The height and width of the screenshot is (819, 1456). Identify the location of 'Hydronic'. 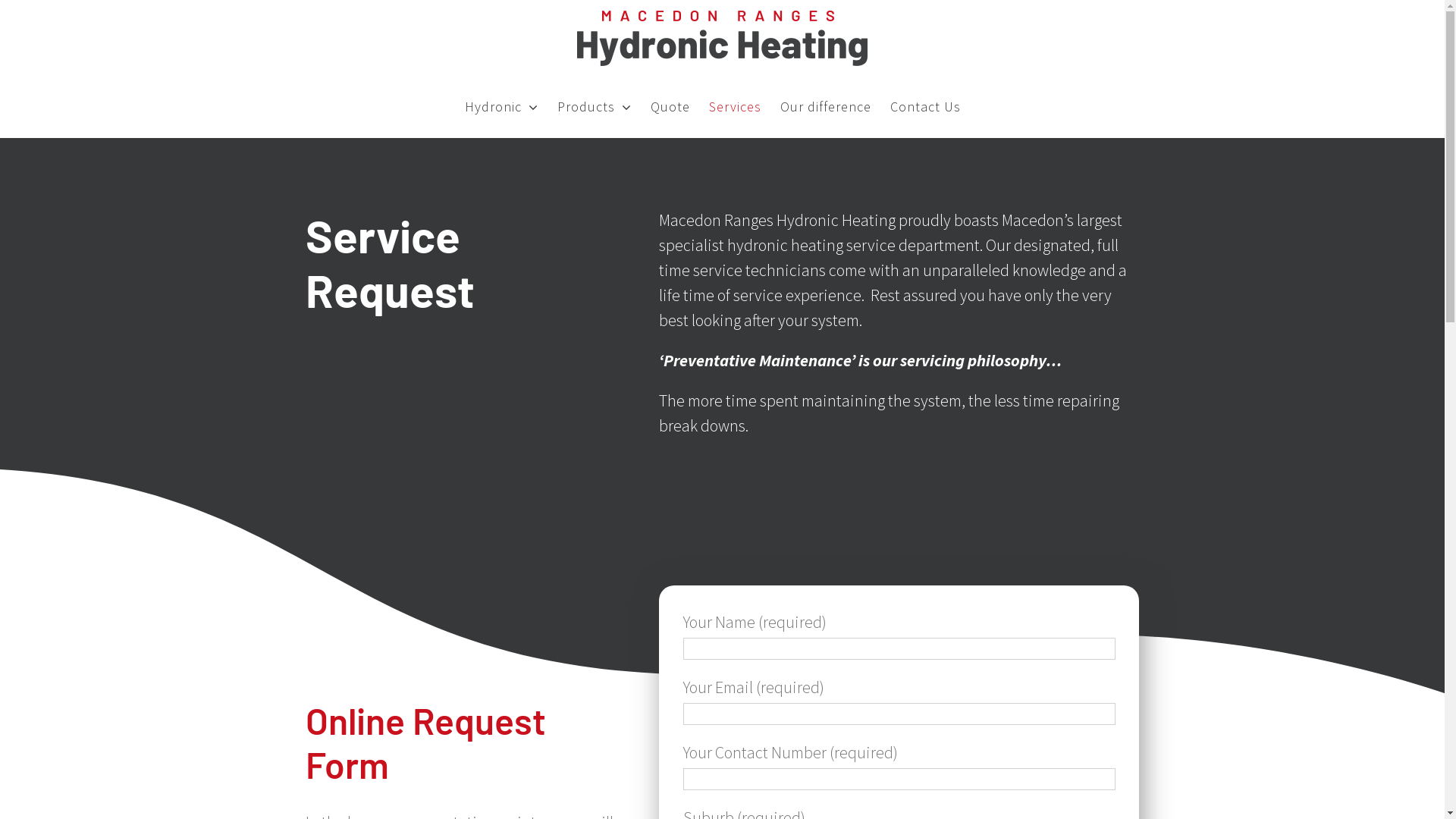
(501, 106).